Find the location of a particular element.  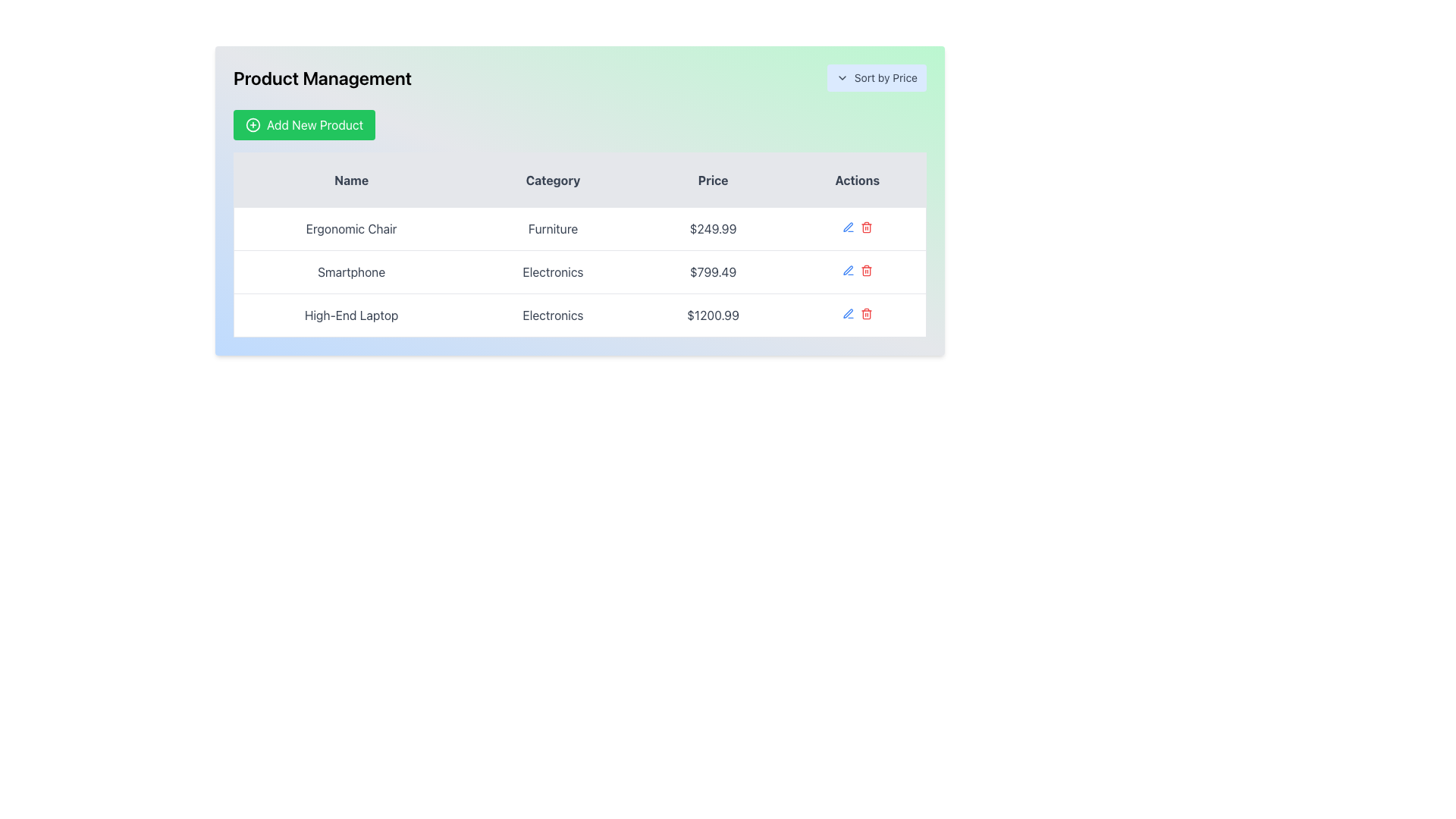

the styled text label displaying the word 'Smartphone' located in the second row of the table under the 'Name' column is located at coordinates (350, 271).